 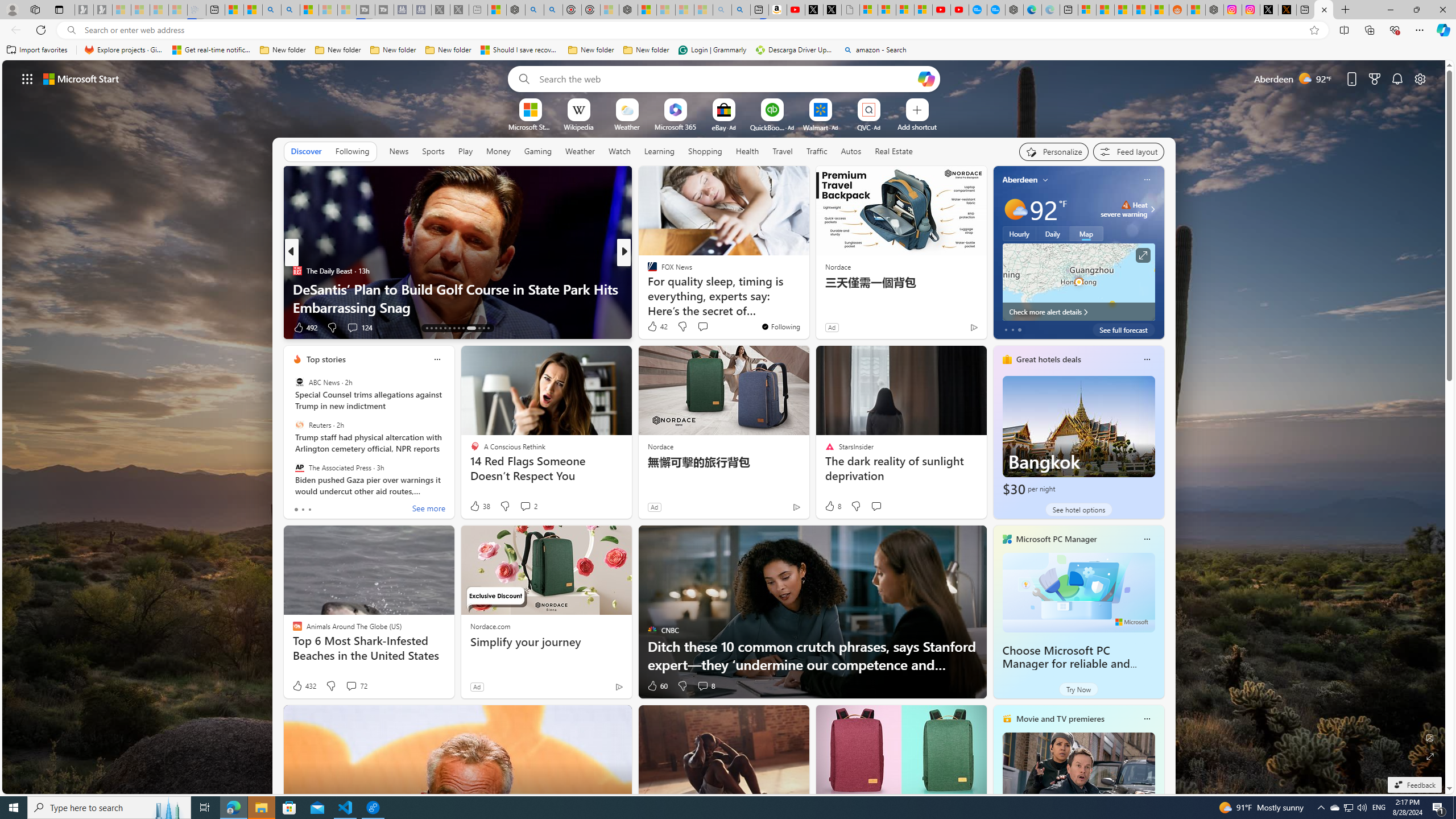 What do you see at coordinates (427, 328) in the screenshot?
I see `'AutomationID: tab-13'` at bounding box center [427, 328].